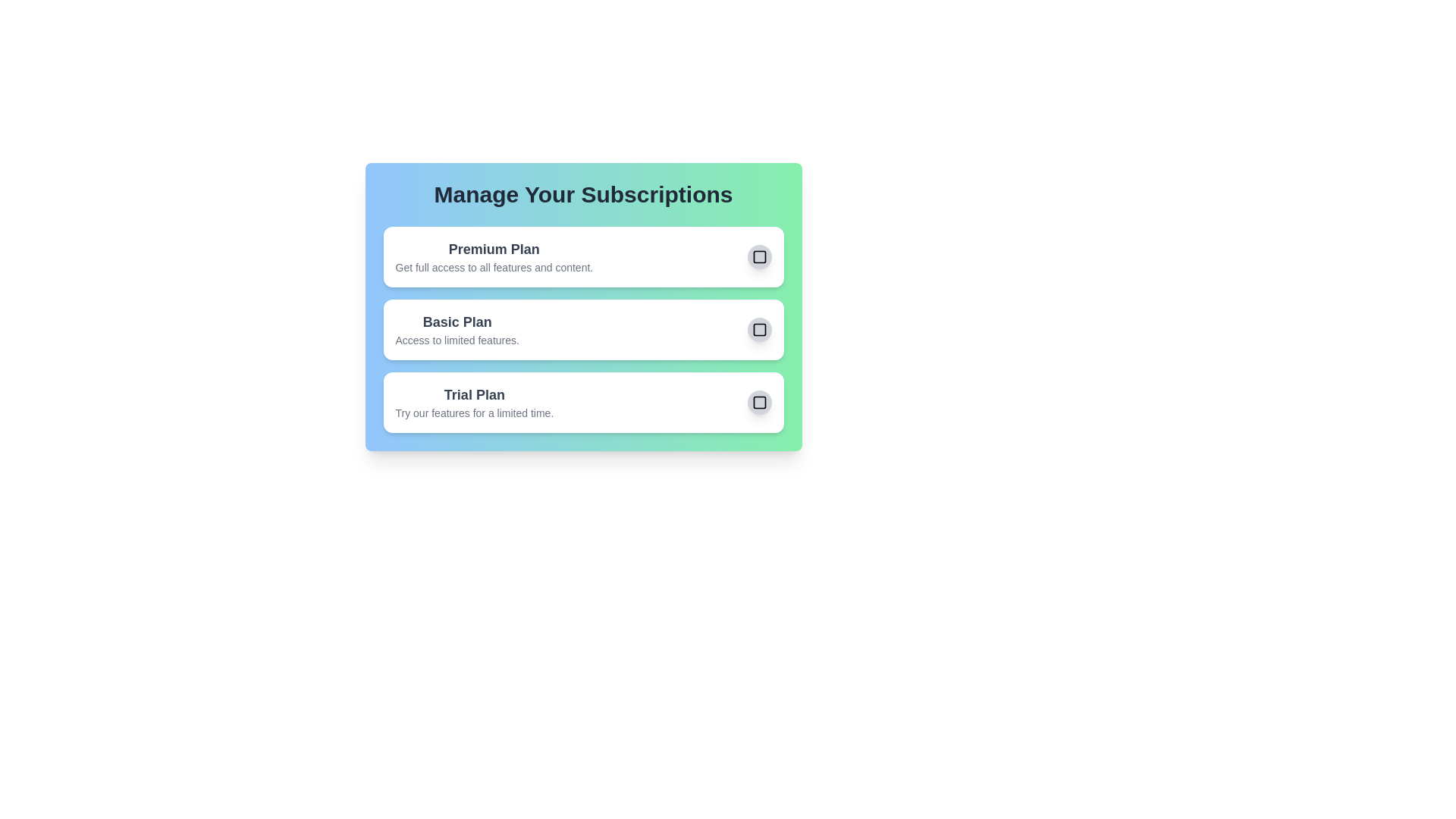 The image size is (1456, 819). I want to click on the square-shaped SVG graphic with rounded corners located in the 'Basic Plan' subscription entry to interact with it, so click(759, 329).